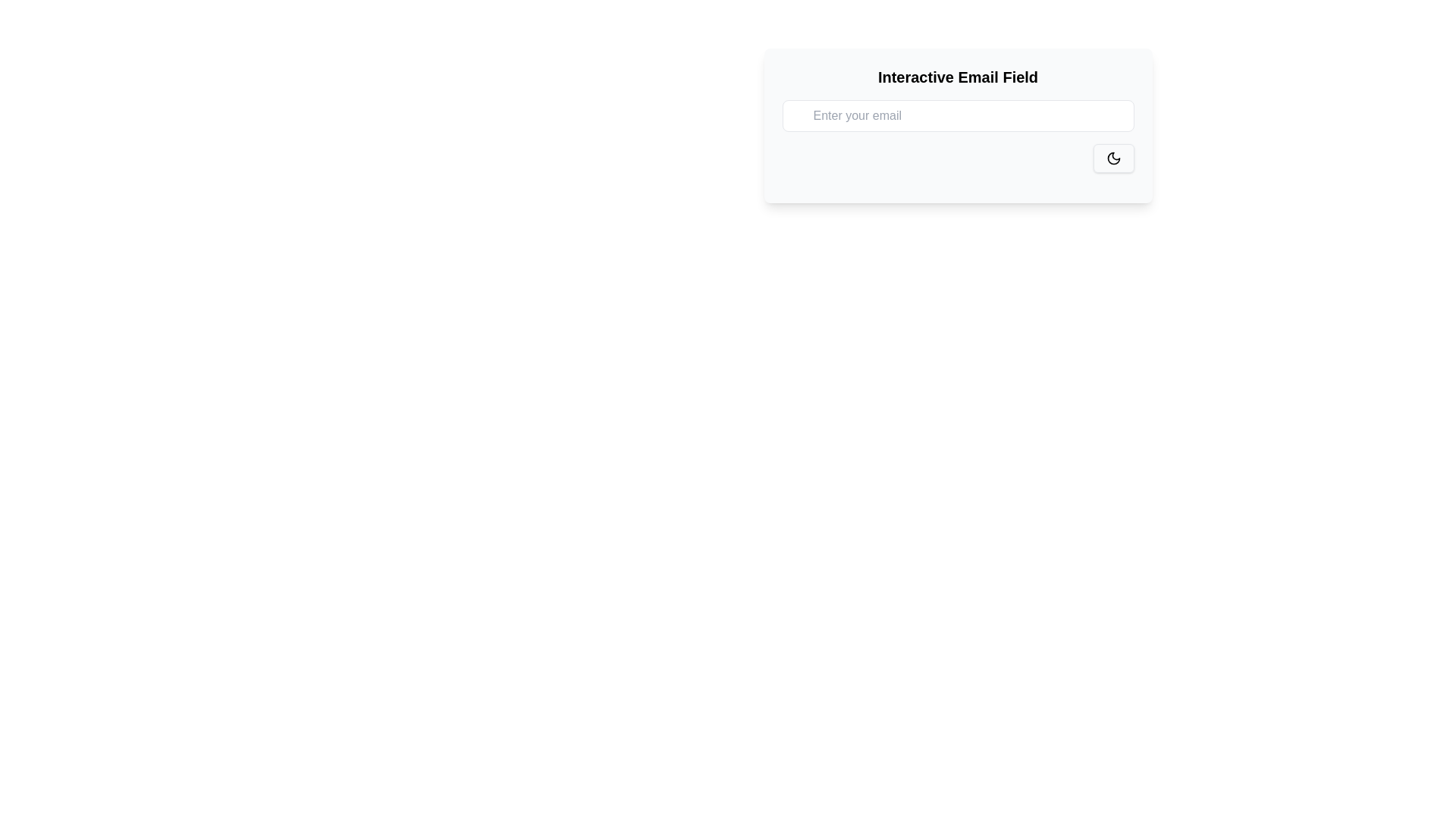  What do you see at coordinates (957, 77) in the screenshot?
I see `the 'Interactive Email Field' text label, which is styled in bold and centered black font at the top of a card-like interface section` at bounding box center [957, 77].